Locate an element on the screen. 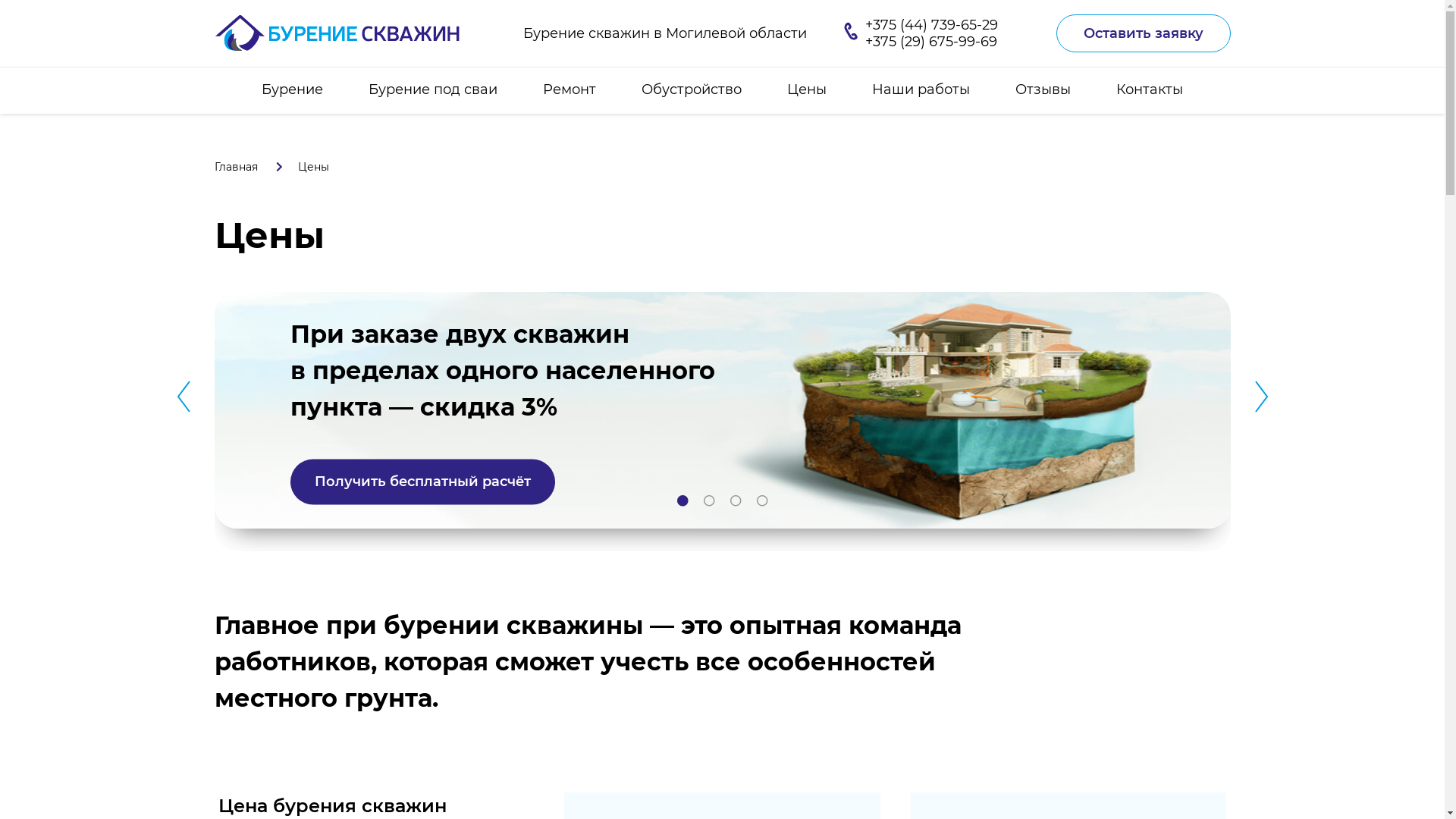 Image resolution: width=1456 pixels, height=819 pixels. '+375 (44) 739-65-29' is located at coordinates (930, 25).